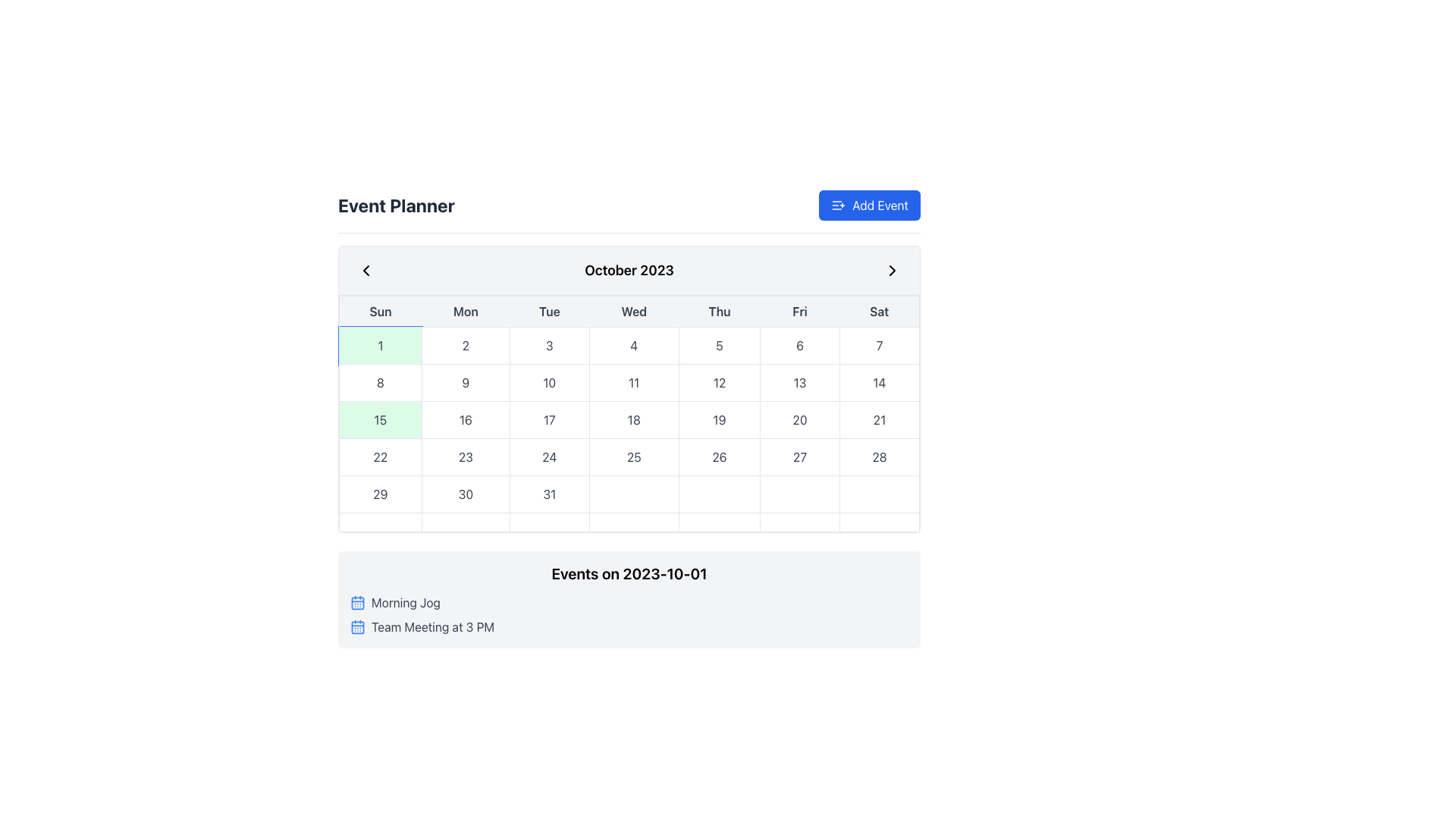  What do you see at coordinates (634, 382) in the screenshot?
I see `the selectable calendar day button labeled '11', which is the fourth button in a horizontal sequence between buttons '10' and '12', to trigger style changes` at bounding box center [634, 382].